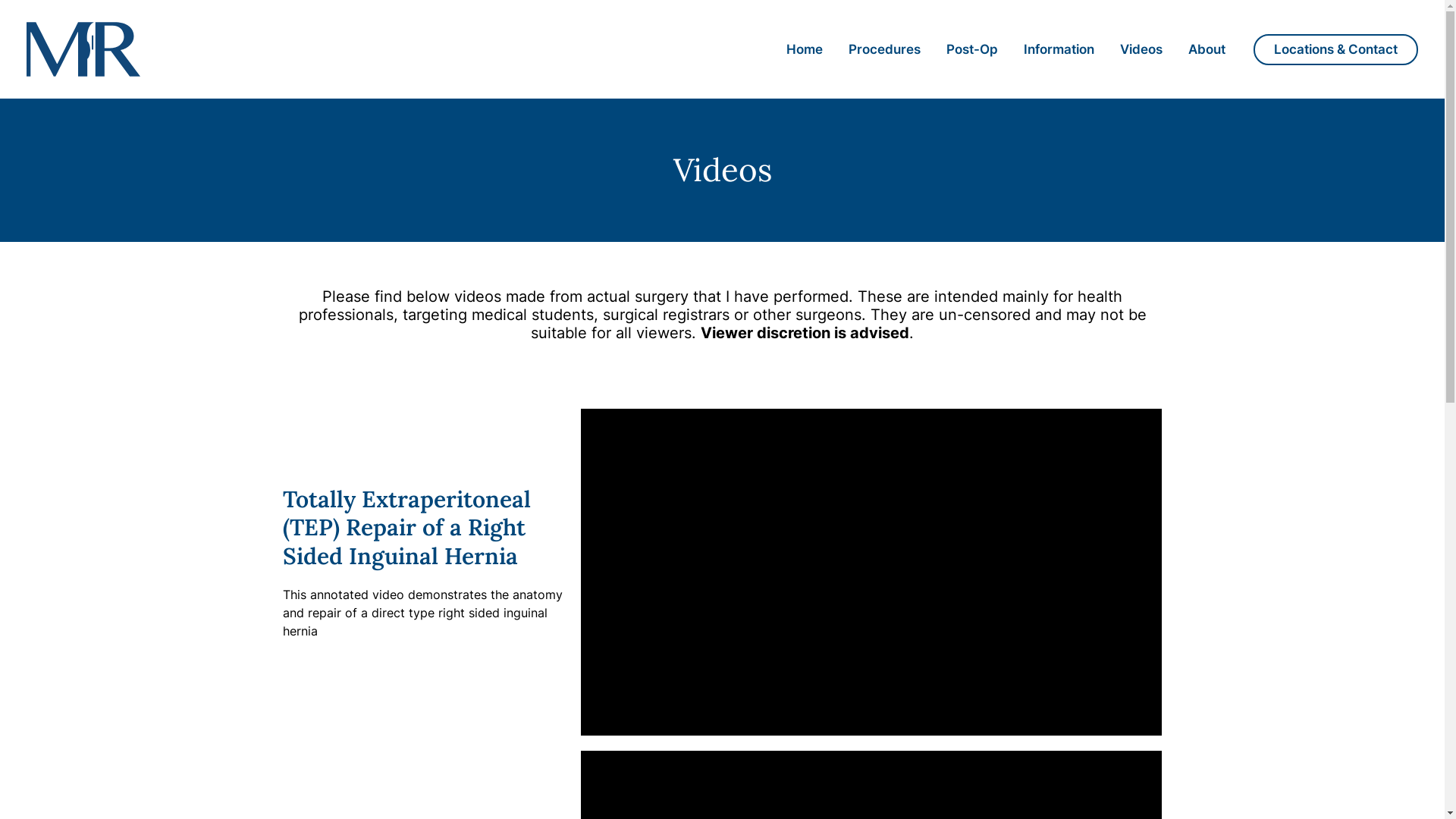 The height and width of the screenshot is (819, 1456). What do you see at coordinates (884, 49) in the screenshot?
I see `'Procedures'` at bounding box center [884, 49].